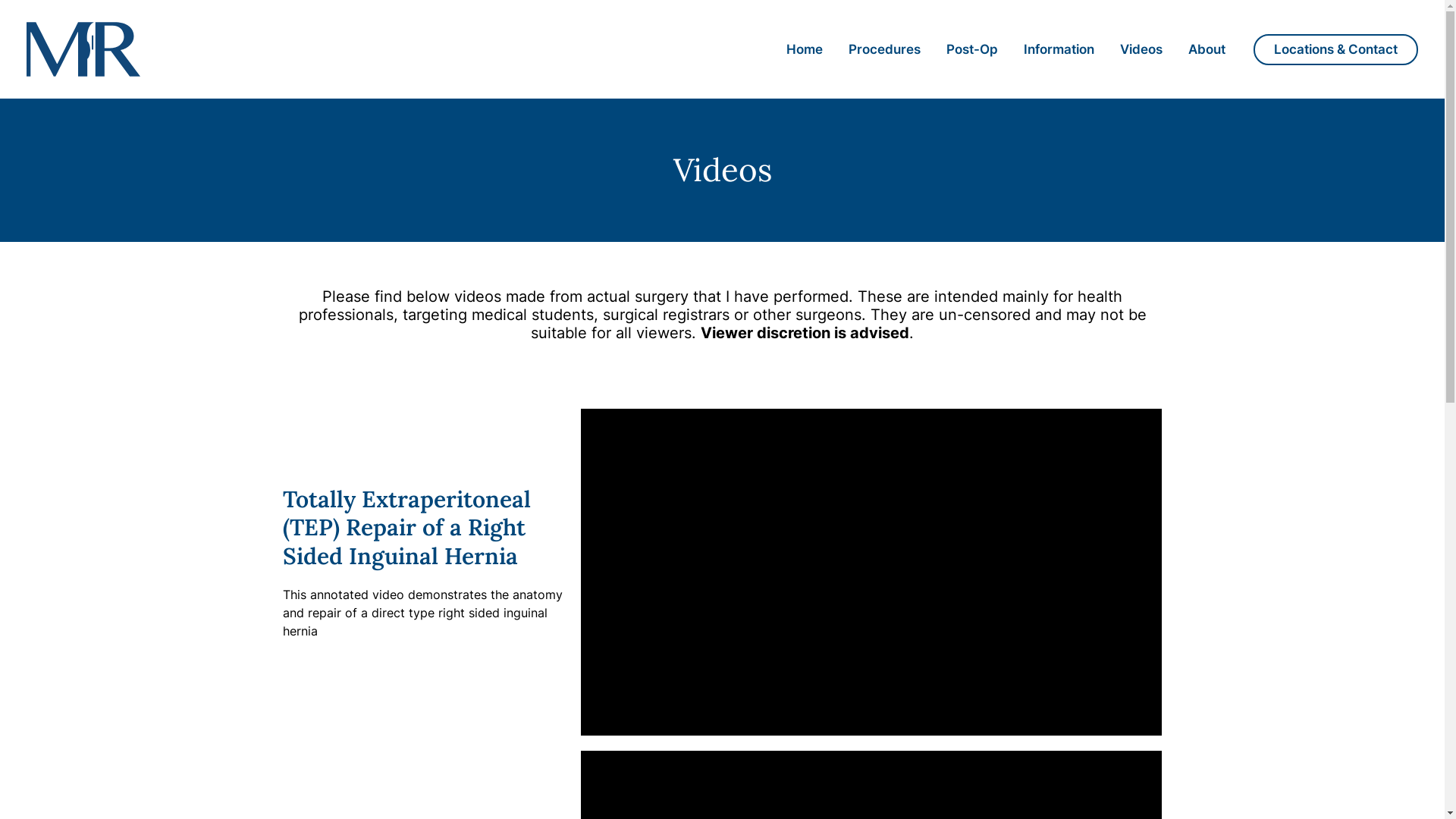 The height and width of the screenshot is (819, 1456). What do you see at coordinates (884, 49) in the screenshot?
I see `'Procedures'` at bounding box center [884, 49].